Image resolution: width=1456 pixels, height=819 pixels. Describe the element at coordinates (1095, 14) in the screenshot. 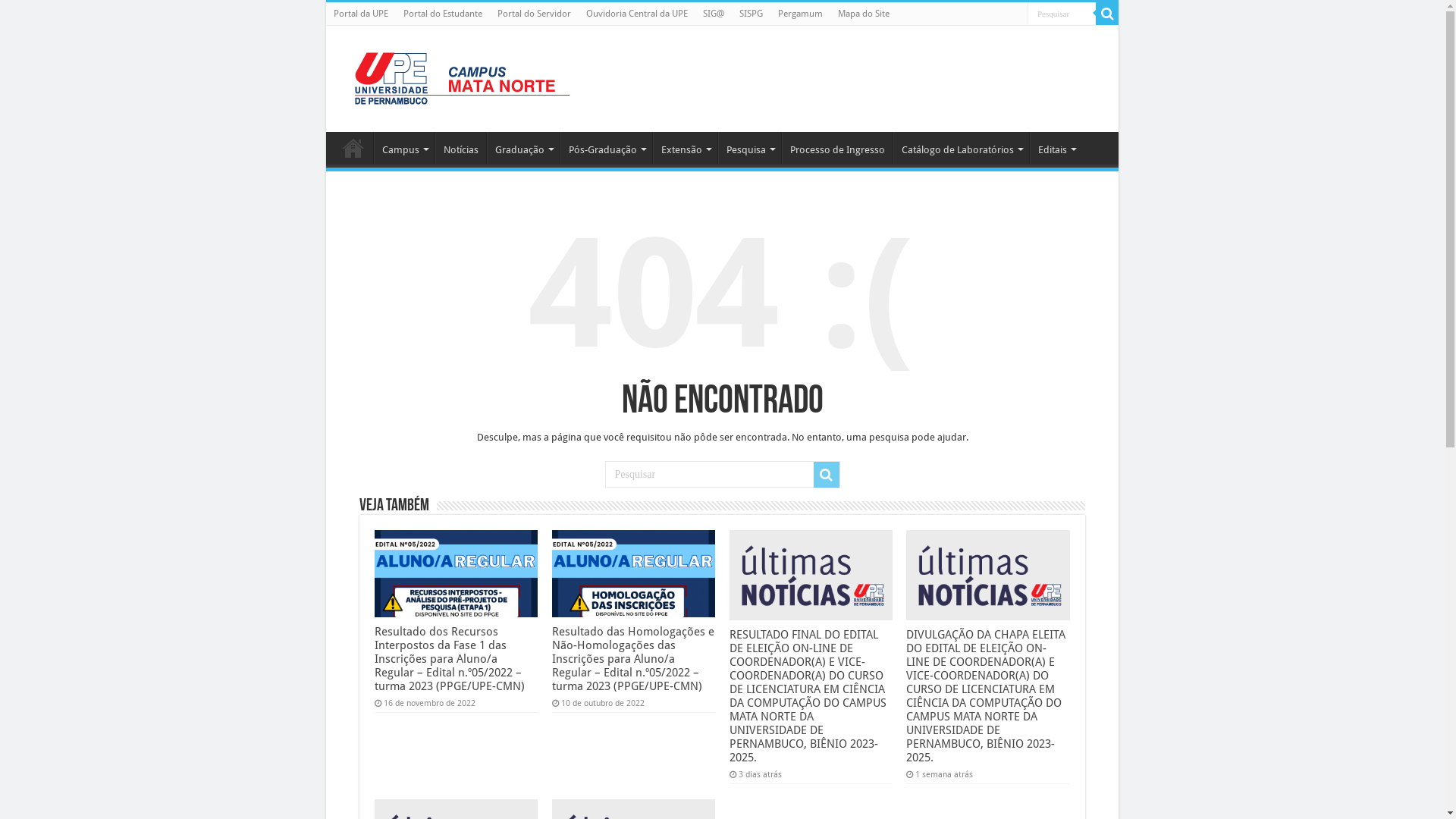

I see `'Pesquisar'` at that location.